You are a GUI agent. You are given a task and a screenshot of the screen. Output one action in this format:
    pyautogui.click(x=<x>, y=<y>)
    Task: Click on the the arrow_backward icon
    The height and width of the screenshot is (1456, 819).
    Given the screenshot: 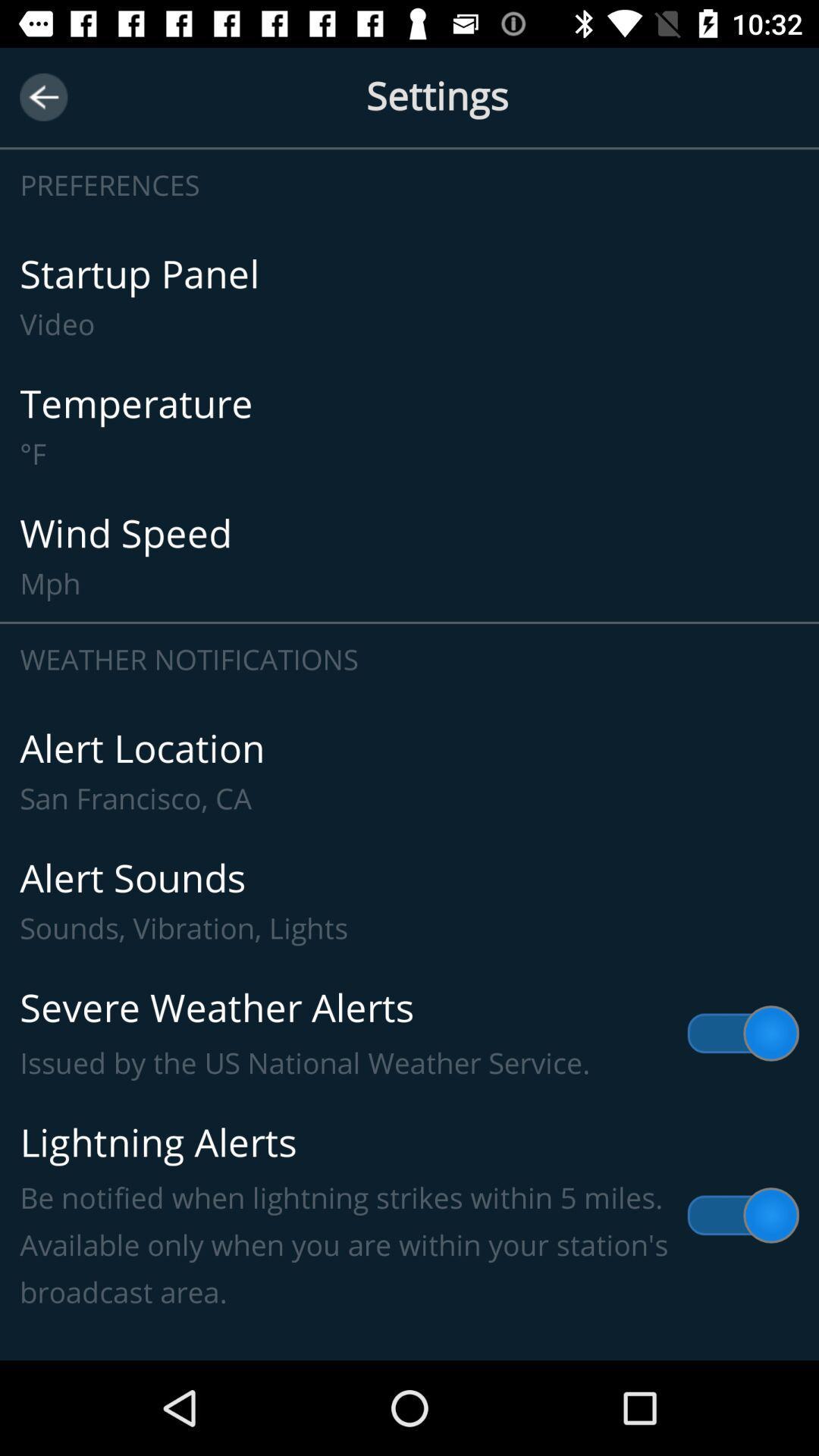 What is the action you would take?
    pyautogui.click(x=42, y=96)
    